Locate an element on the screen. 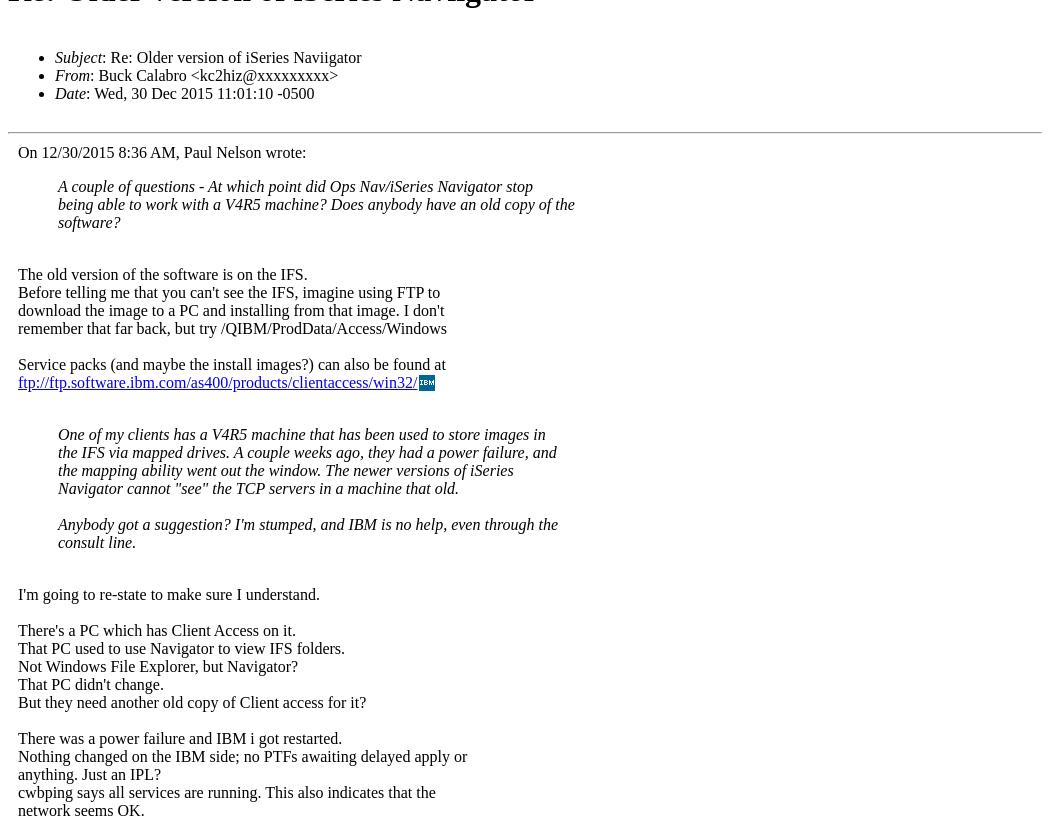 The height and width of the screenshot is (828, 1050). 'network seems OK.' is located at coordinates (80, 809).